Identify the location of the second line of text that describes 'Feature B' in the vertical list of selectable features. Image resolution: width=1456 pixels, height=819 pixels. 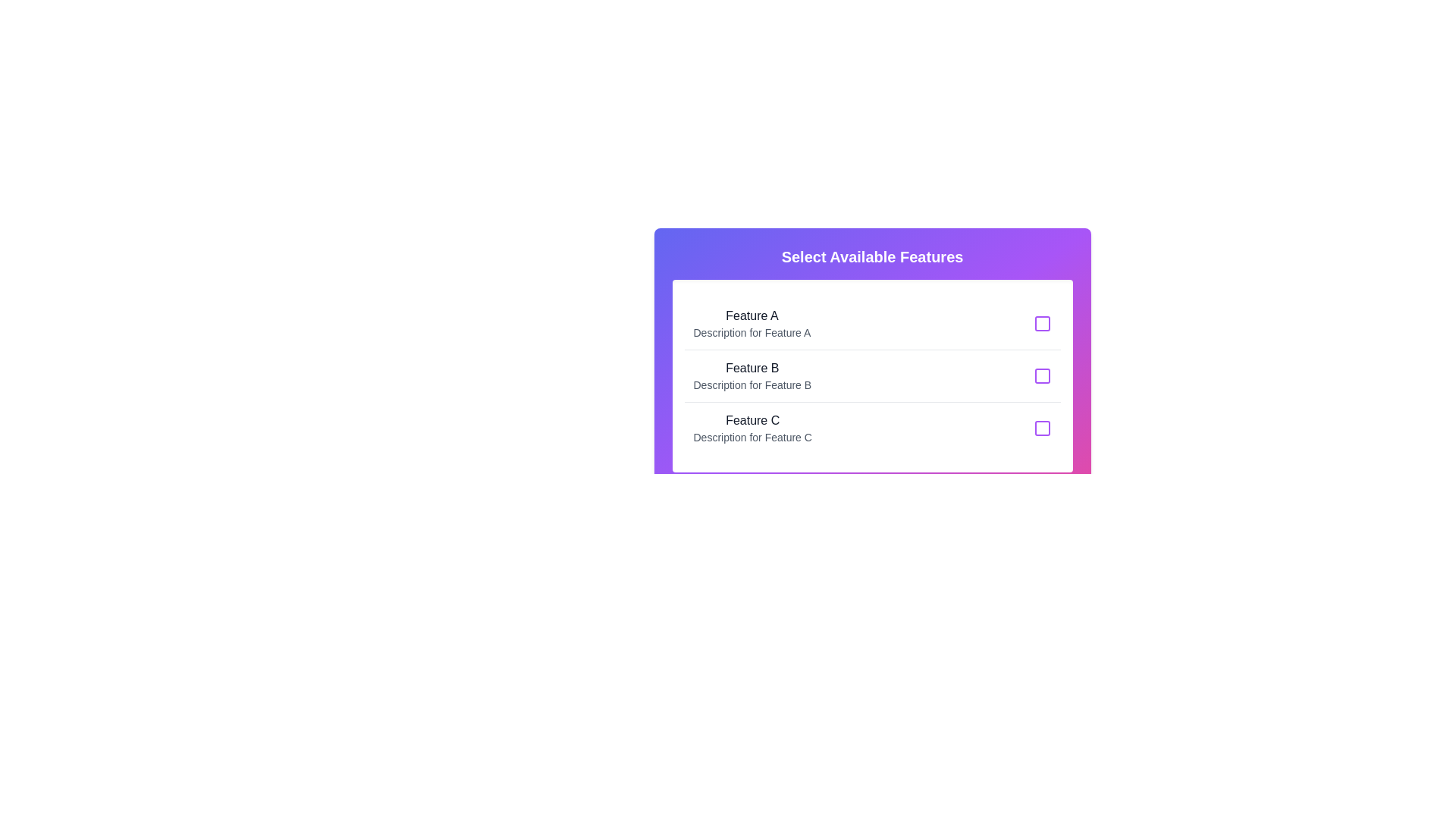
(752, 384).